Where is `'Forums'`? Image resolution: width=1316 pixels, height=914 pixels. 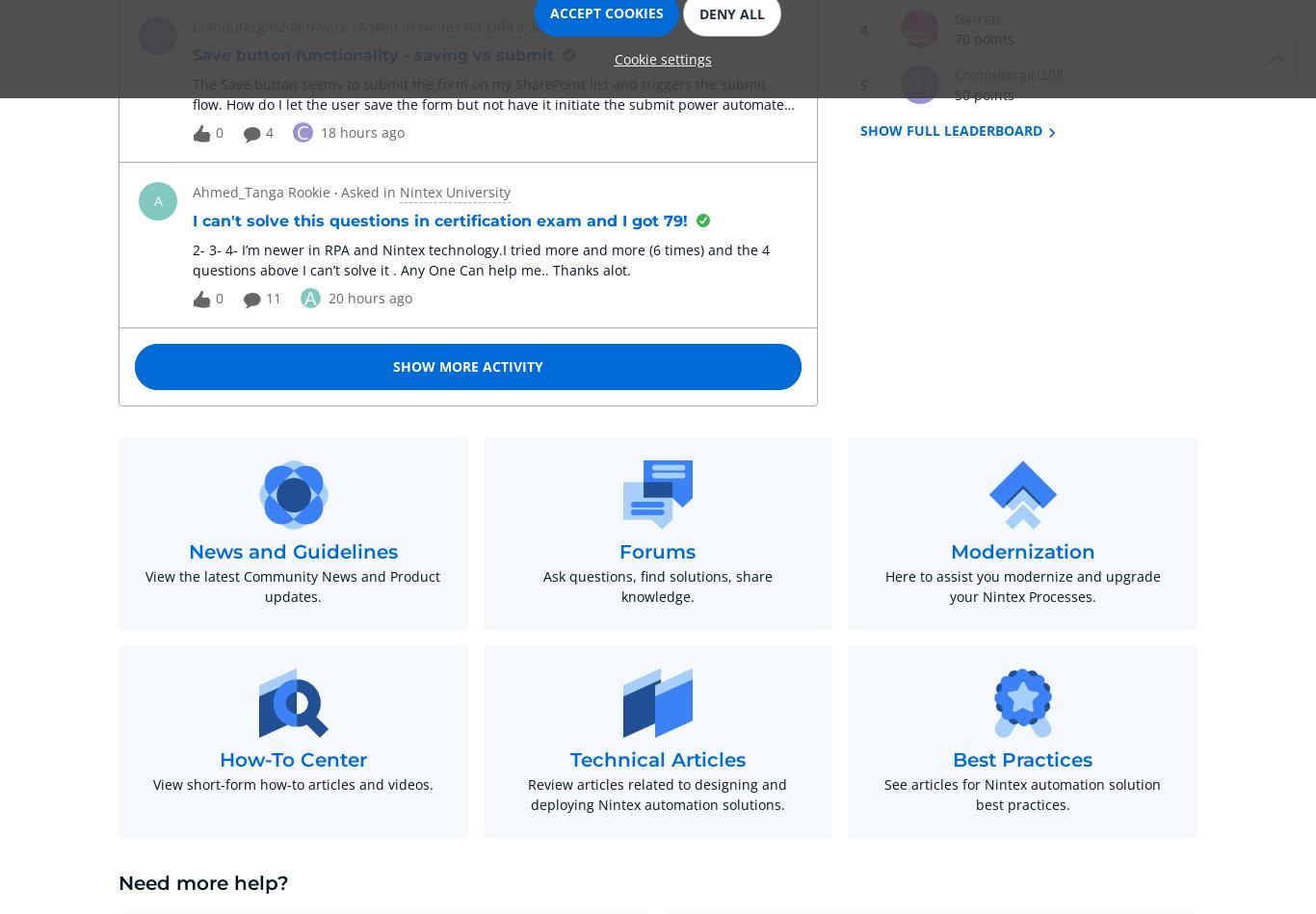
'Forums' is located at coordinates (656, 551).